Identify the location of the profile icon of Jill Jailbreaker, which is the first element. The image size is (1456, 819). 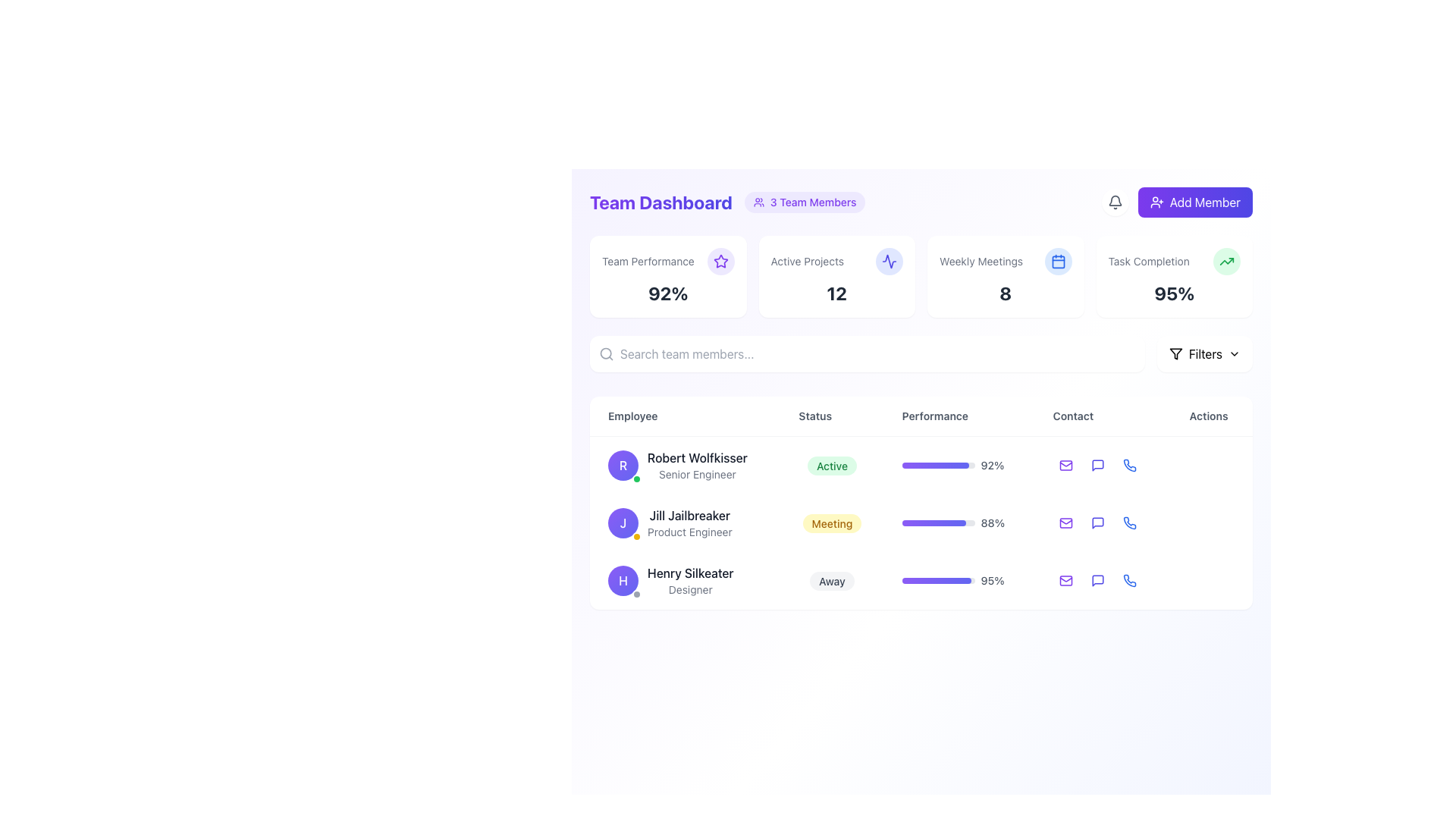
(623, 522).